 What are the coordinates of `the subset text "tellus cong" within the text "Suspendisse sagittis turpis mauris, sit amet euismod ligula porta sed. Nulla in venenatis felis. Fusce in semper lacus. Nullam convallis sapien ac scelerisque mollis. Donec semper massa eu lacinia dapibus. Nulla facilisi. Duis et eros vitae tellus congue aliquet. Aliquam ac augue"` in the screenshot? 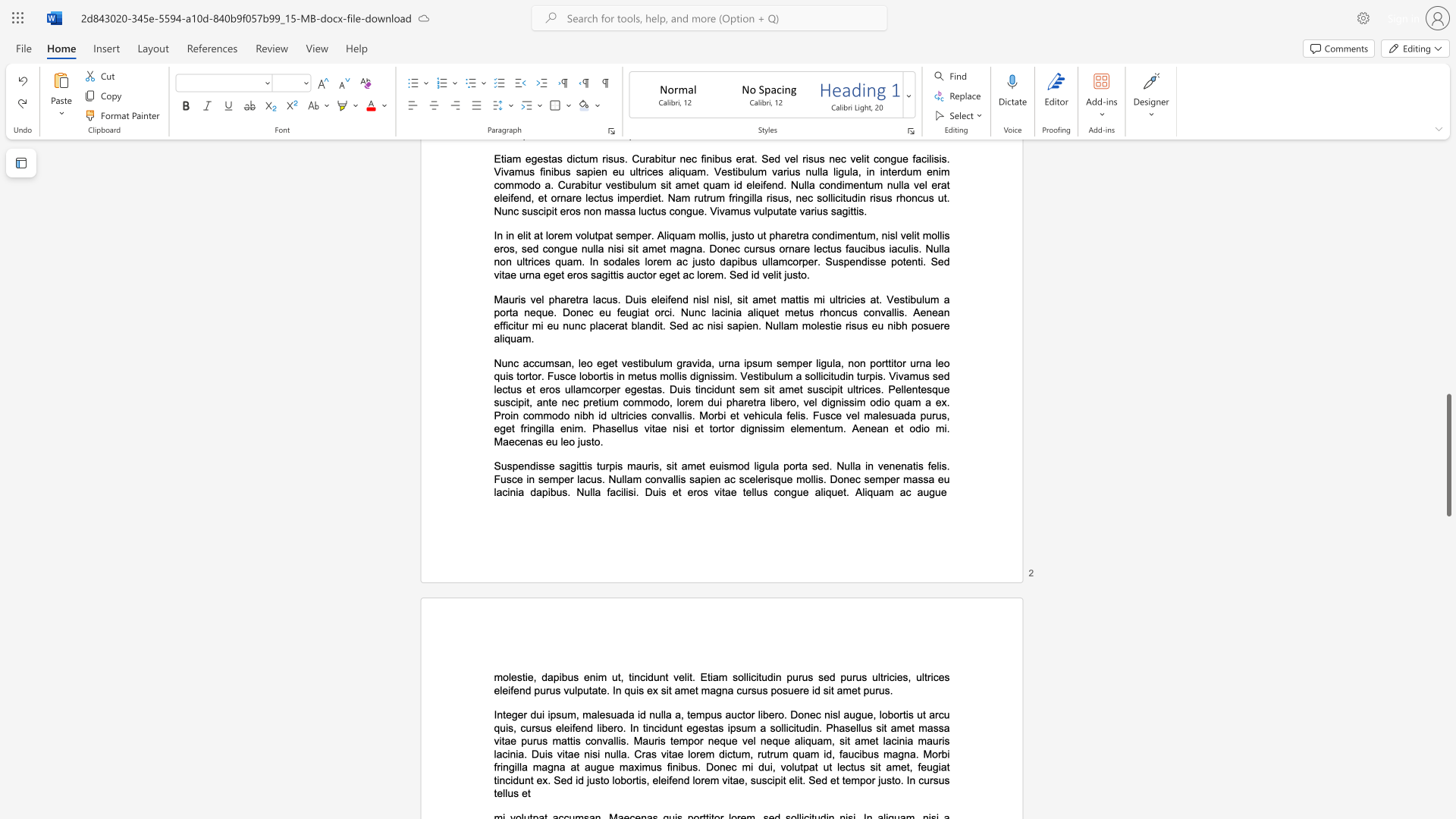 It's located at (742, 492).